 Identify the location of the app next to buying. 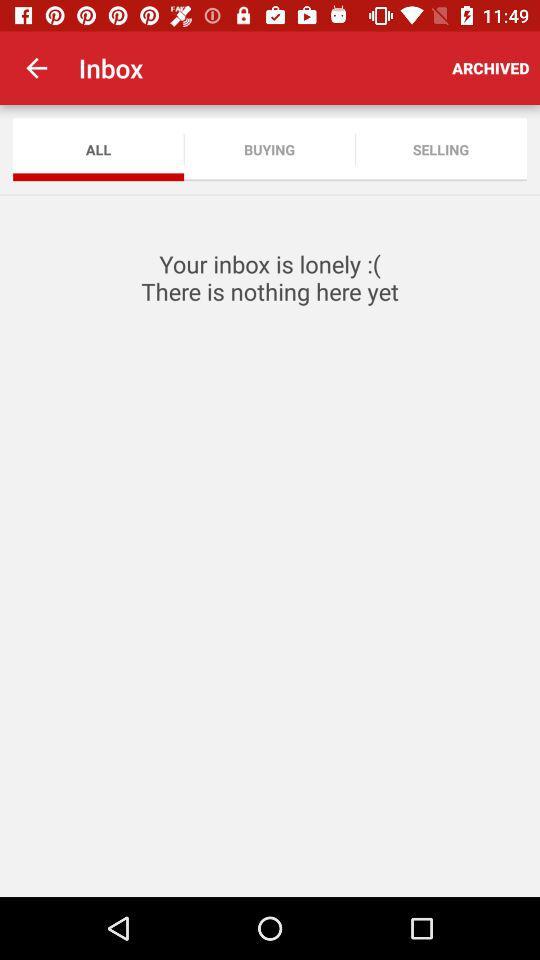
(97, 148).